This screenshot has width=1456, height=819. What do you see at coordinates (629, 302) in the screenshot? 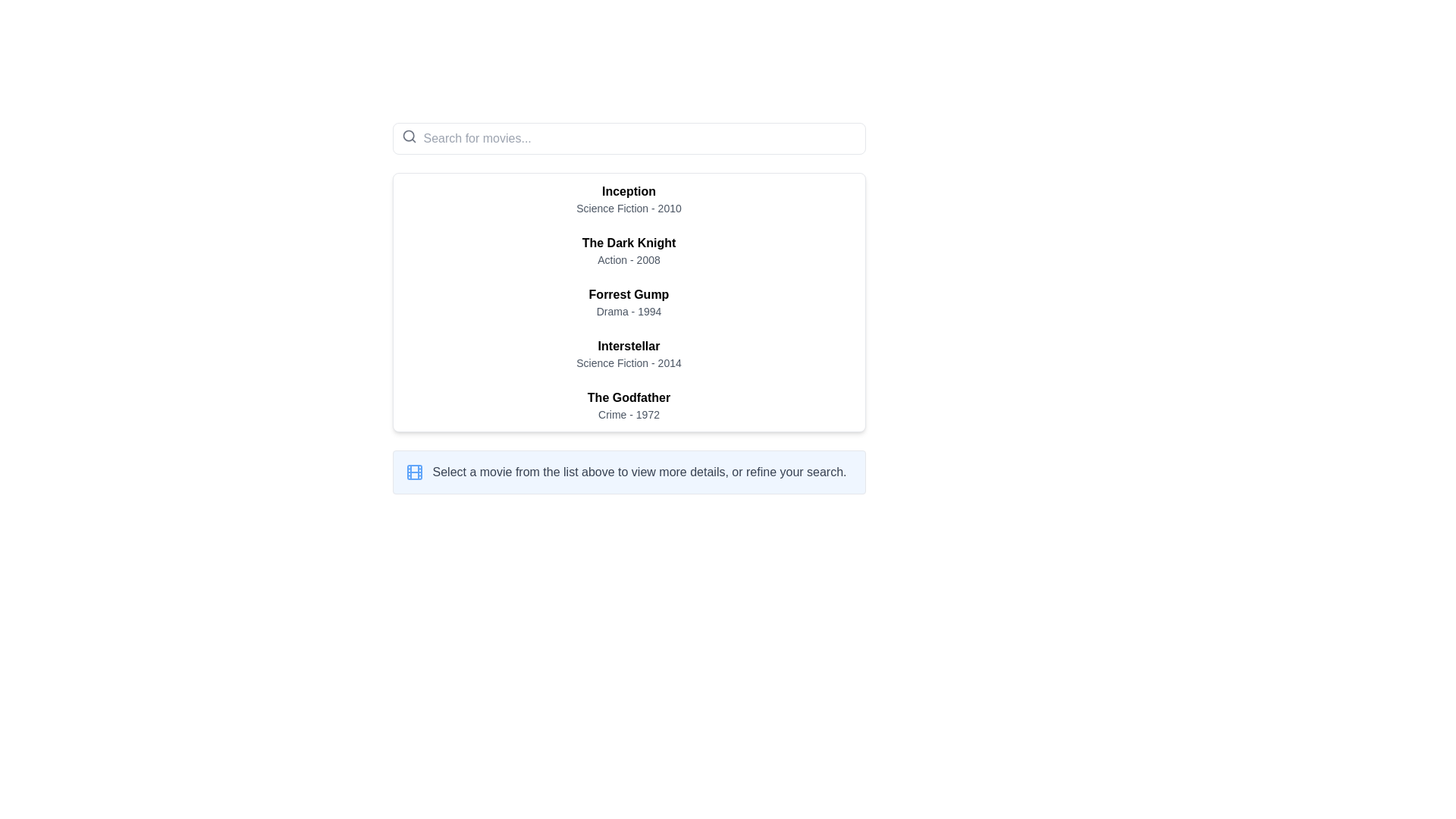
I see `the third entry in the vertical movie list that displays information about the movie 'Forrest Gump'` at bounding box center [629, 302].